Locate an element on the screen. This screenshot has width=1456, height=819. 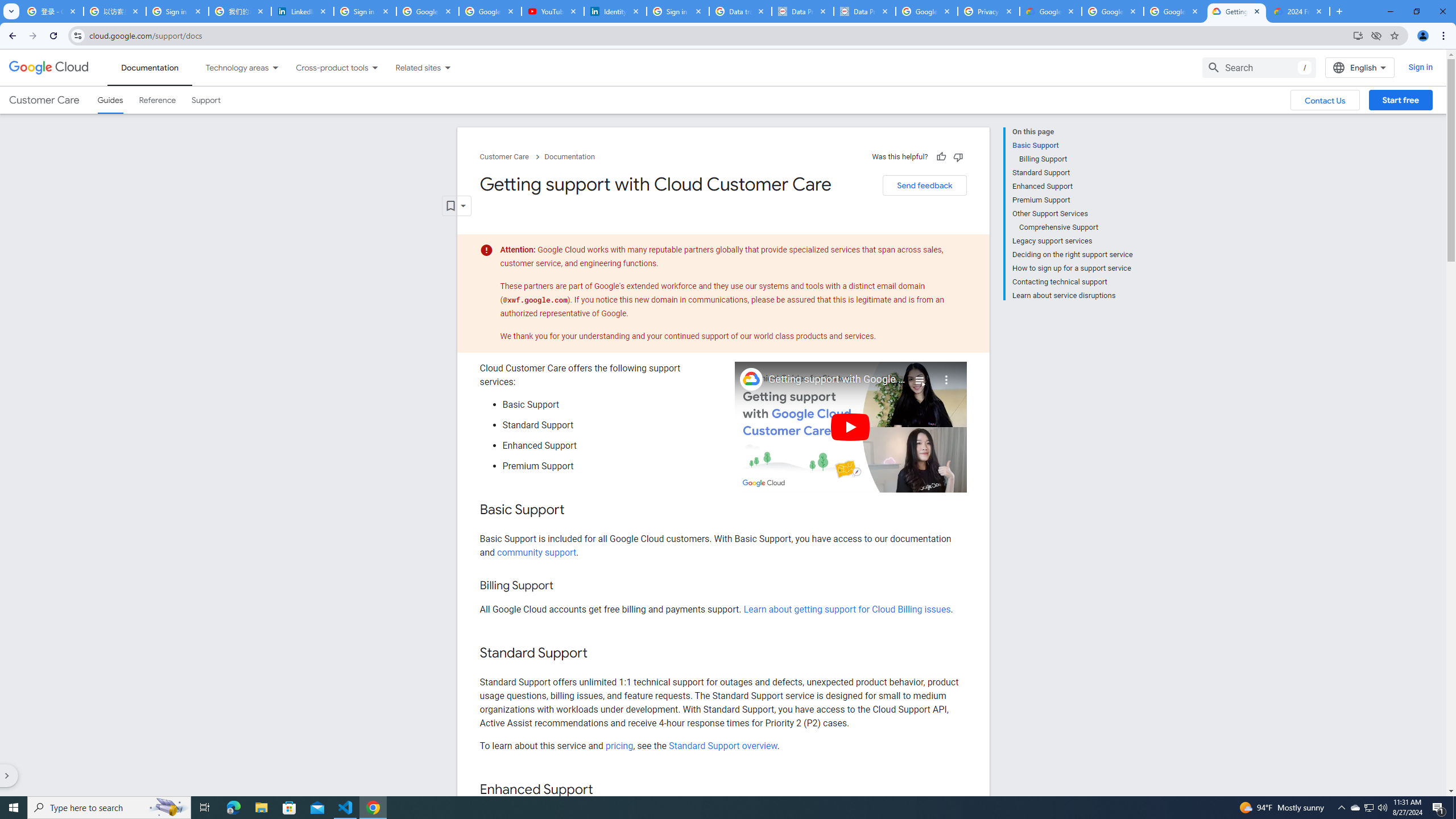
'Cross-product tools' is located at coordinates (325, 67).